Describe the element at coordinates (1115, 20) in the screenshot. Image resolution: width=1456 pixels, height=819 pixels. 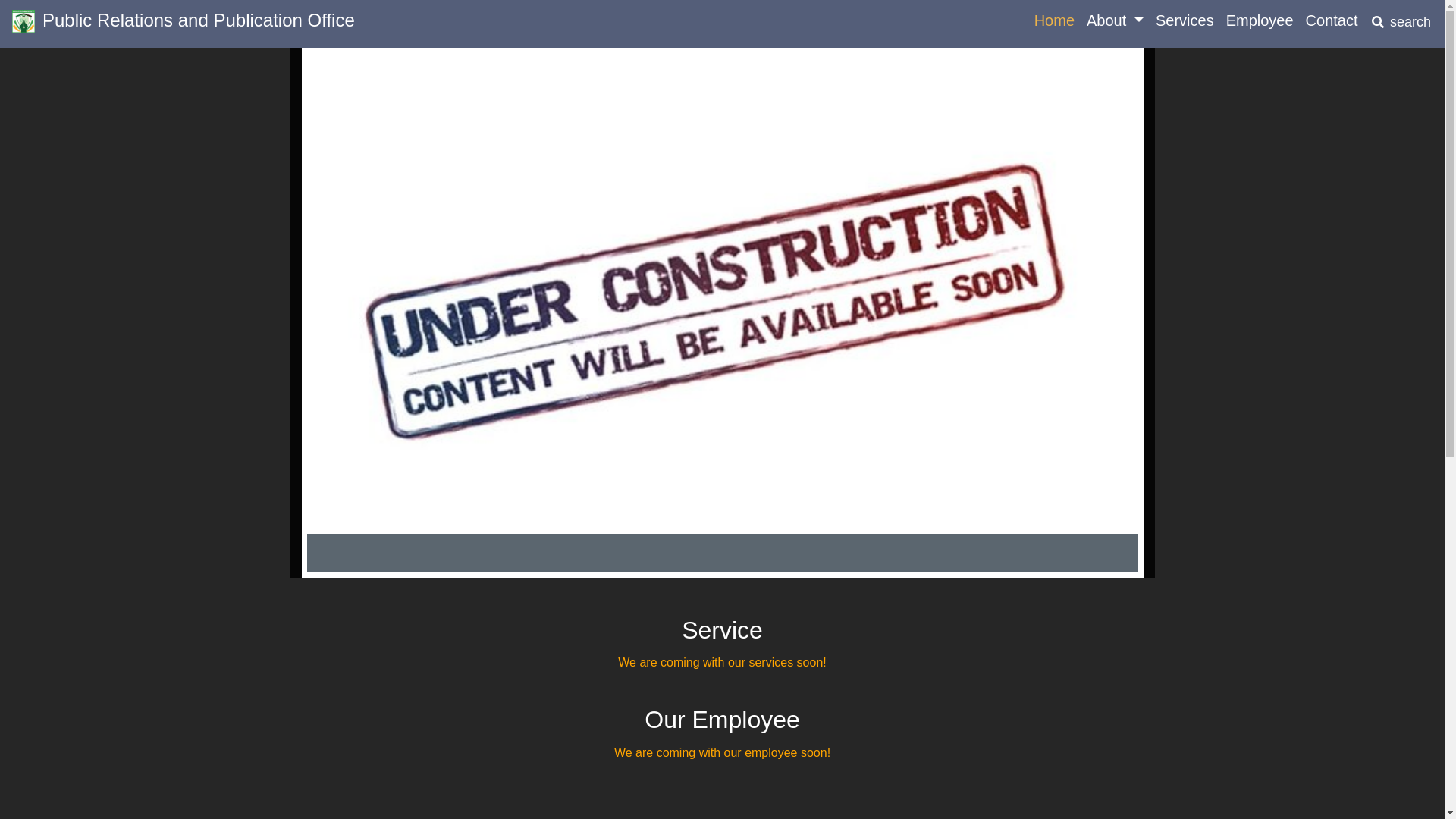
I see `'About'` at that location.